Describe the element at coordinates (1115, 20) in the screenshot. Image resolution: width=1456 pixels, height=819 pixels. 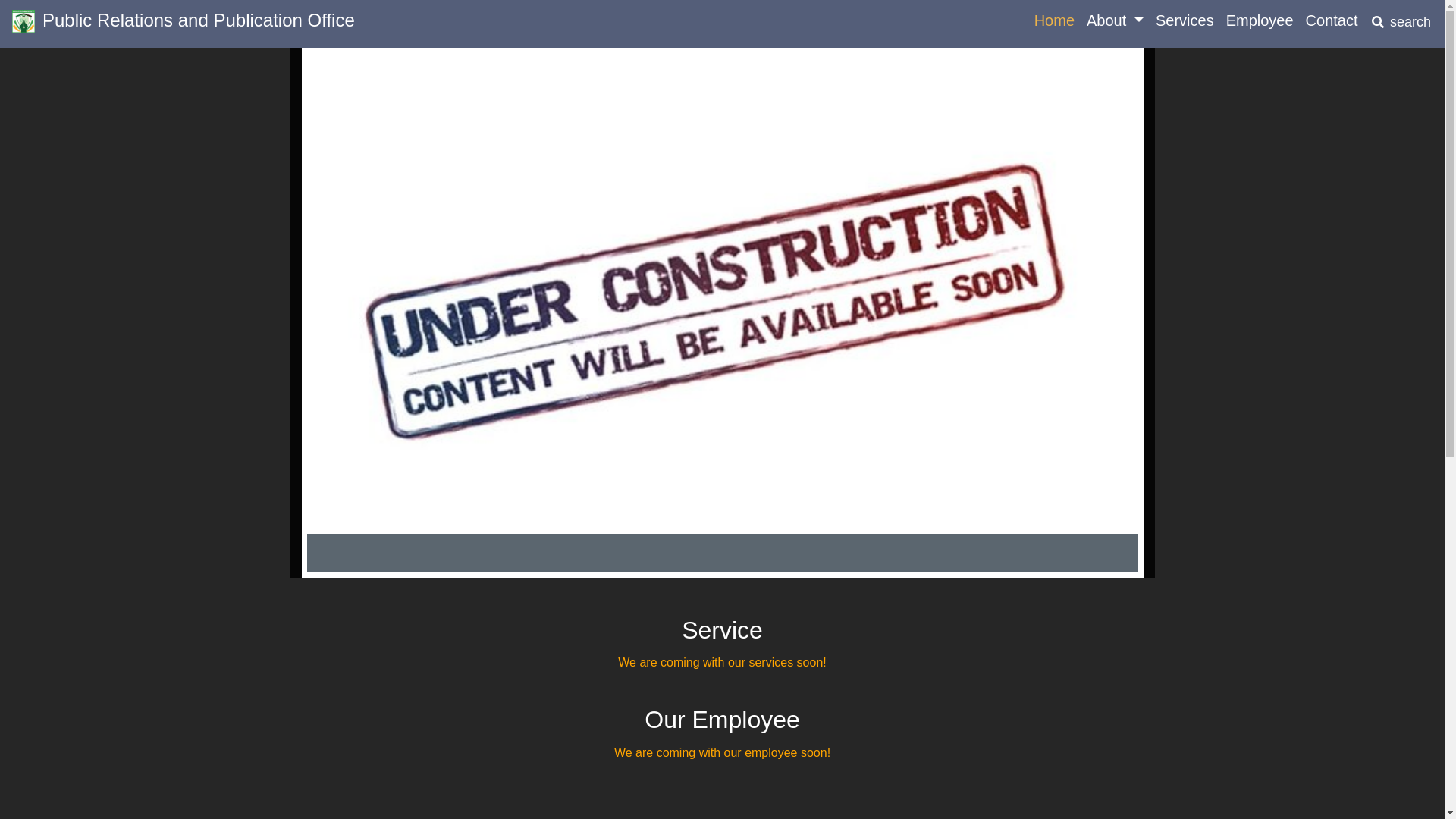
I see `'About'` at that location.